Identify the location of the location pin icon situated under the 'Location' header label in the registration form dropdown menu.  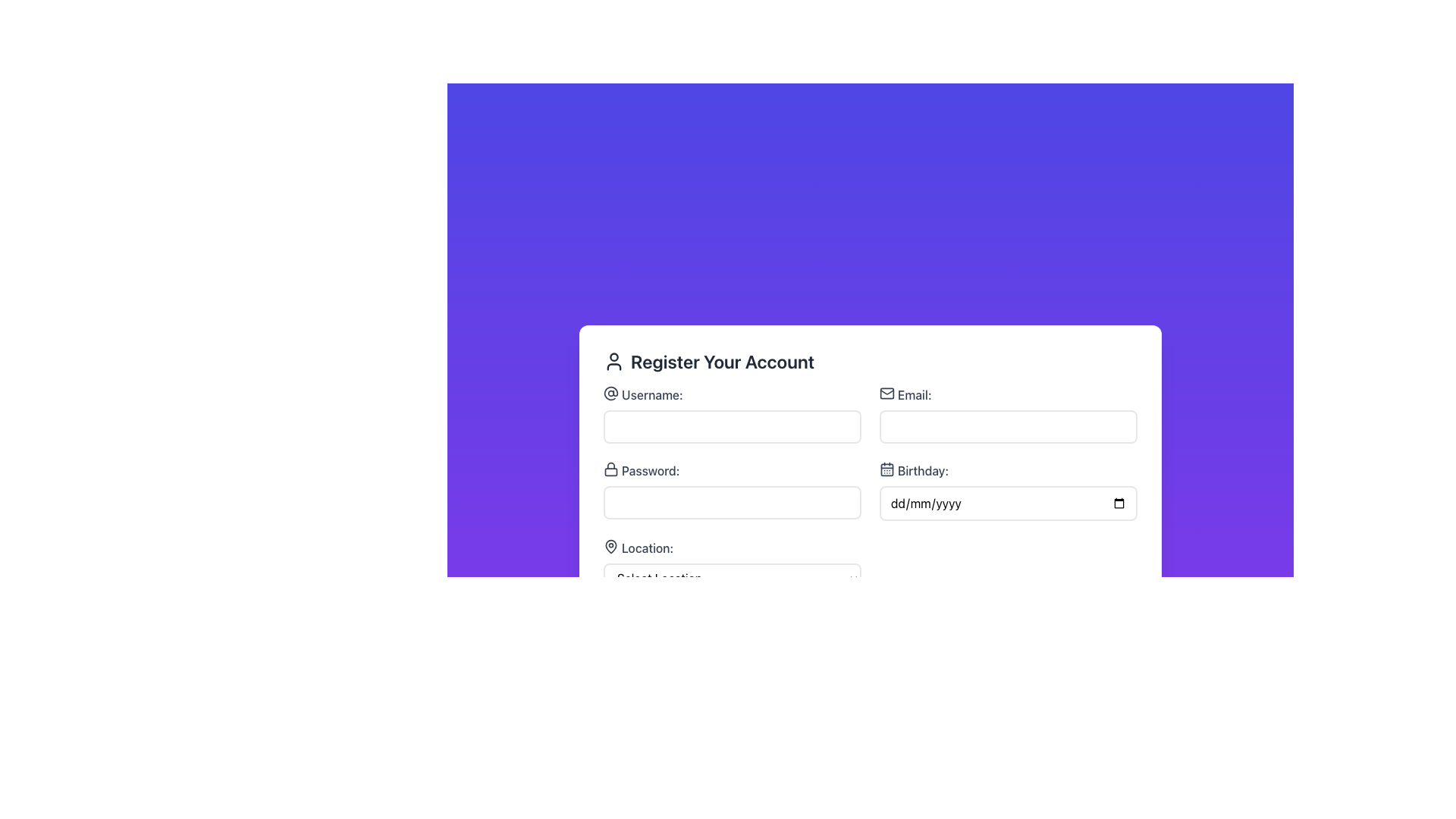
(611, 546).